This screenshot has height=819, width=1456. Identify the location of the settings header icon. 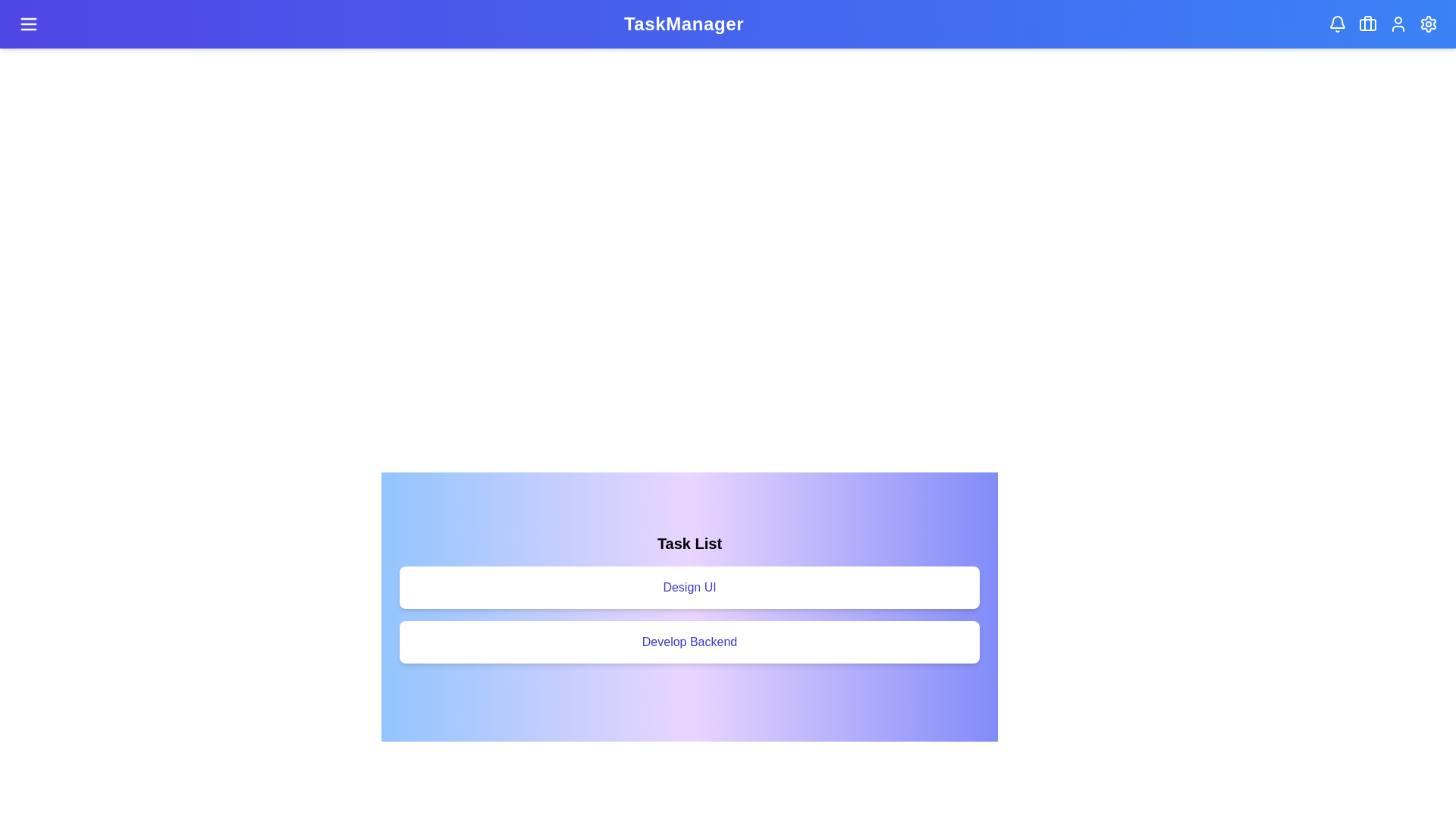
(1427, 24).